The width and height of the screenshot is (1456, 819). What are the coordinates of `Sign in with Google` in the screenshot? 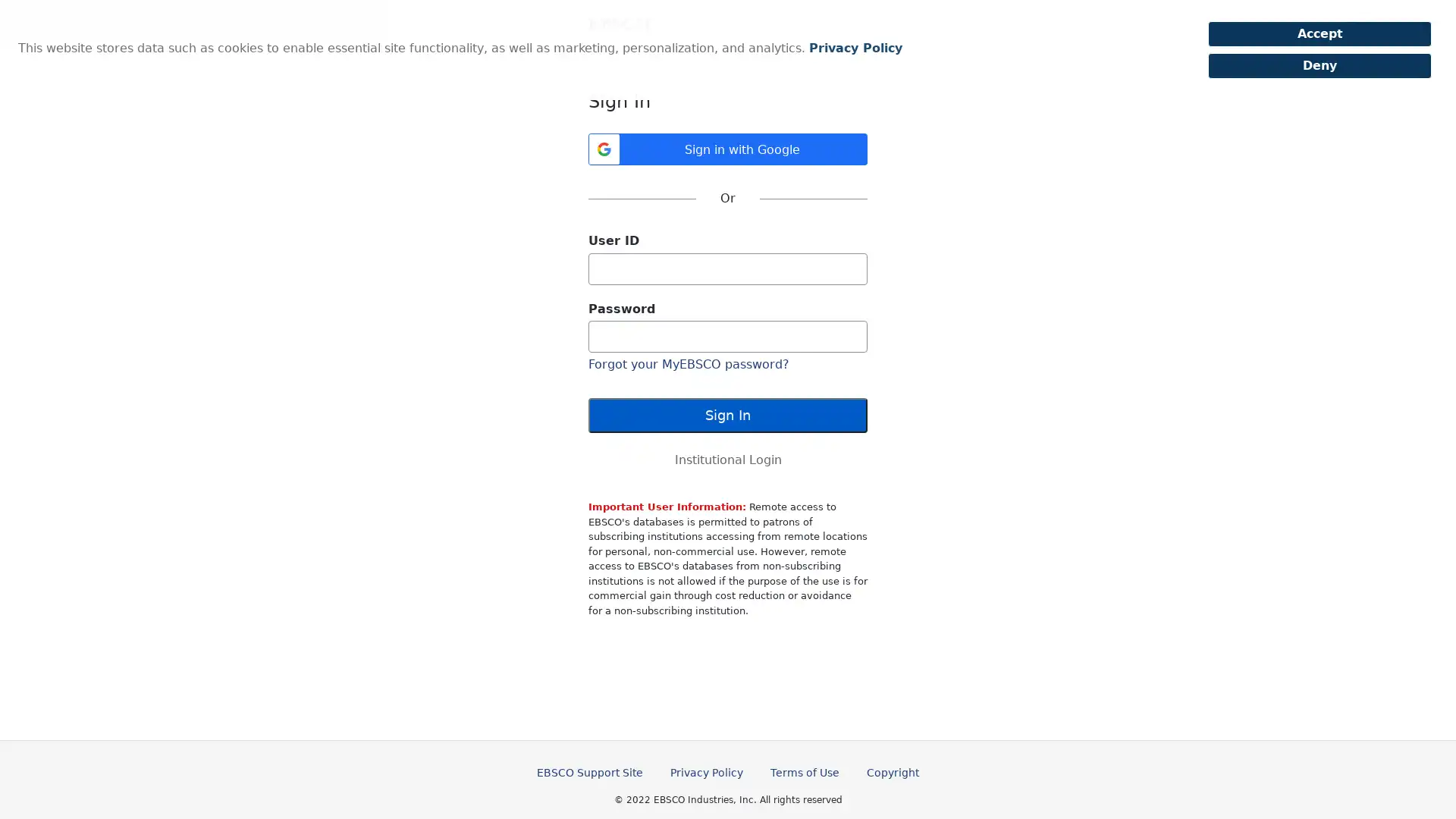 It's located at (728, 149).